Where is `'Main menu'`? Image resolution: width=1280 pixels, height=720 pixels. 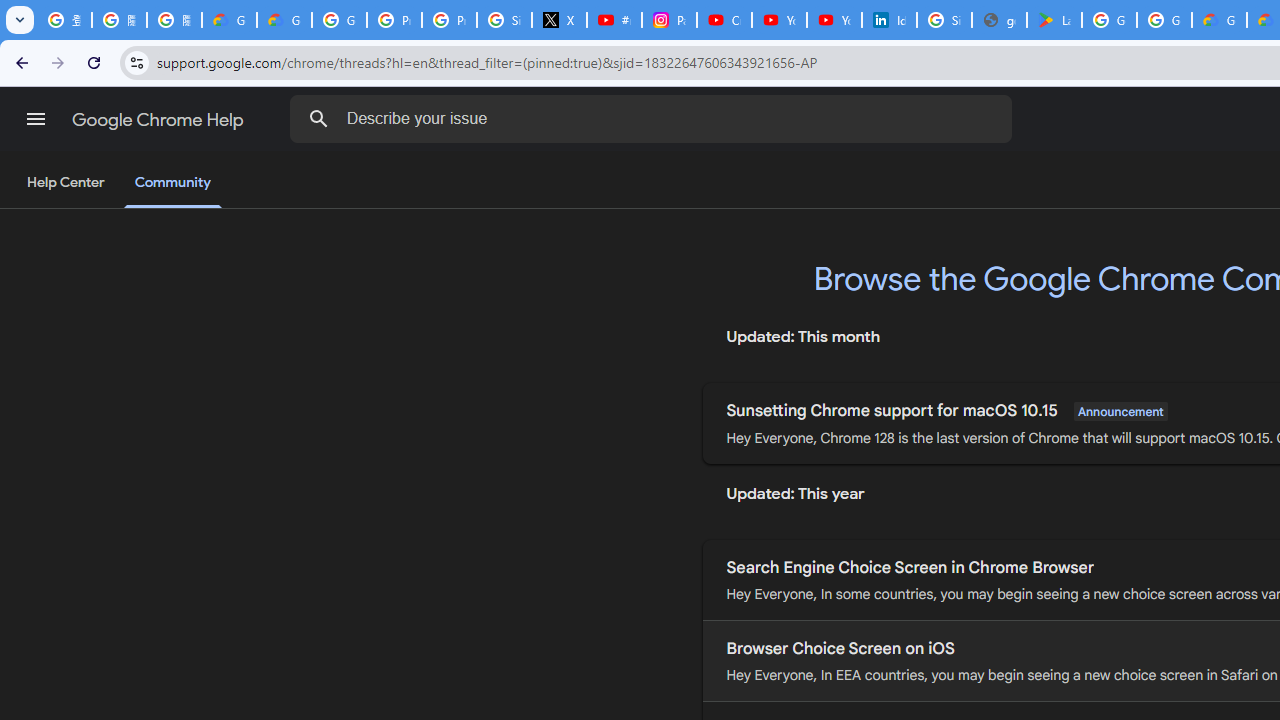 'Main menu' is located at coordinates (35, 119).